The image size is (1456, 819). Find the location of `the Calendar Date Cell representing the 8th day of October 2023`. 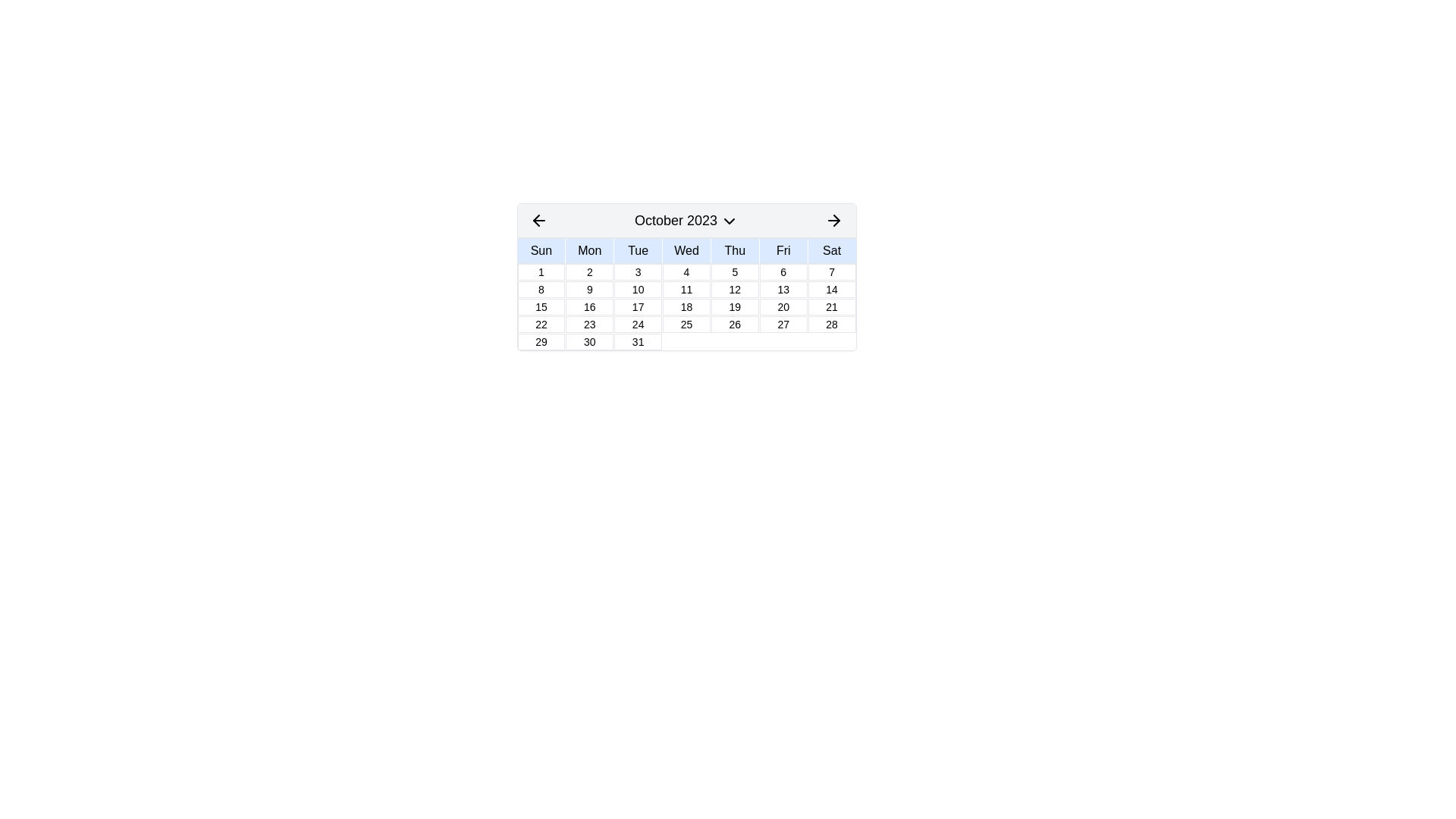

the Calendar Date Cell representing the 8th day of October 2023 is located at coordinates (541, 289).